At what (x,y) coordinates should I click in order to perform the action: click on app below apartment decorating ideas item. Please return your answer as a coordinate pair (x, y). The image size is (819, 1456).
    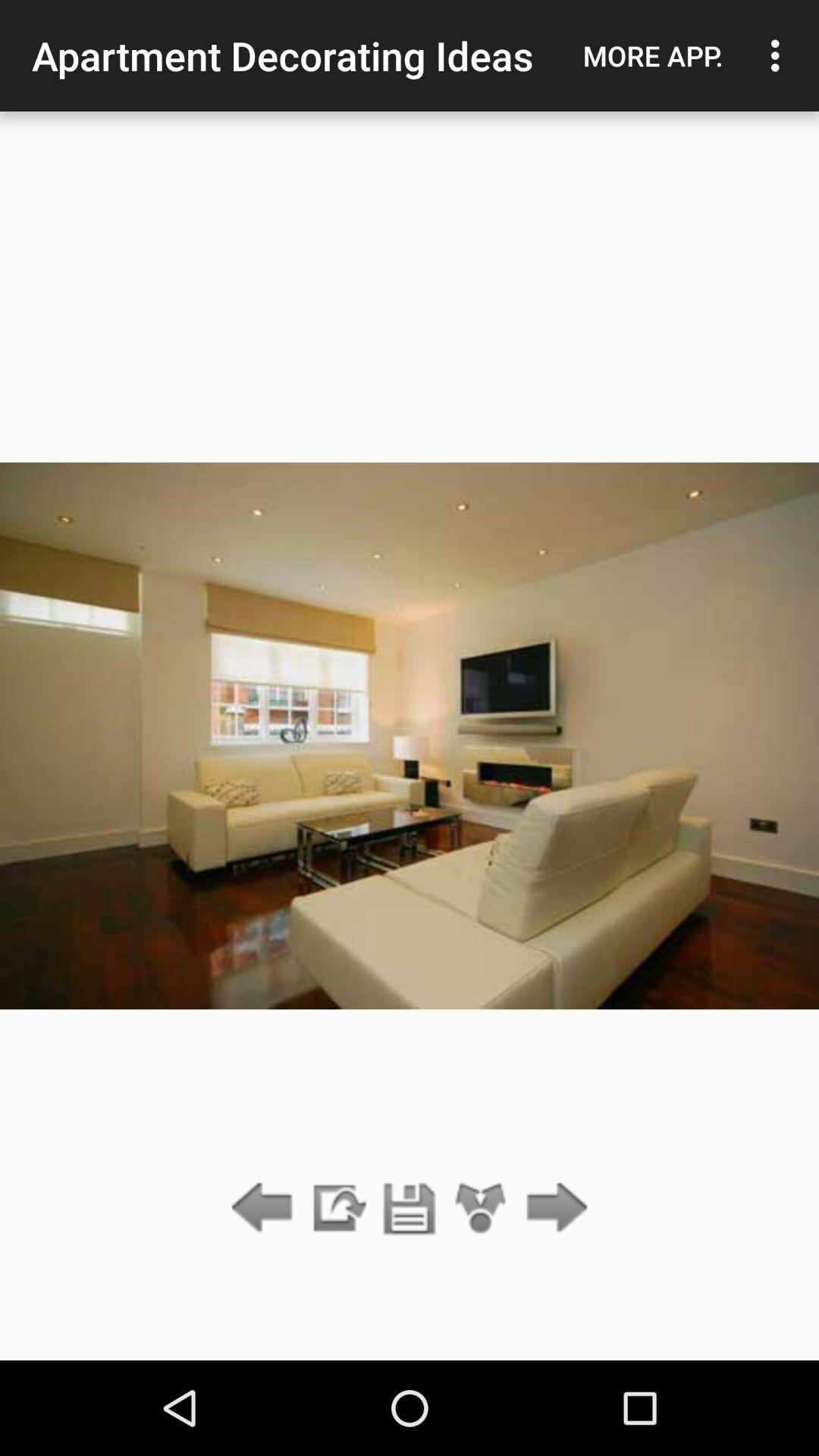
    Looking at the image, I should click on (409, 1208).